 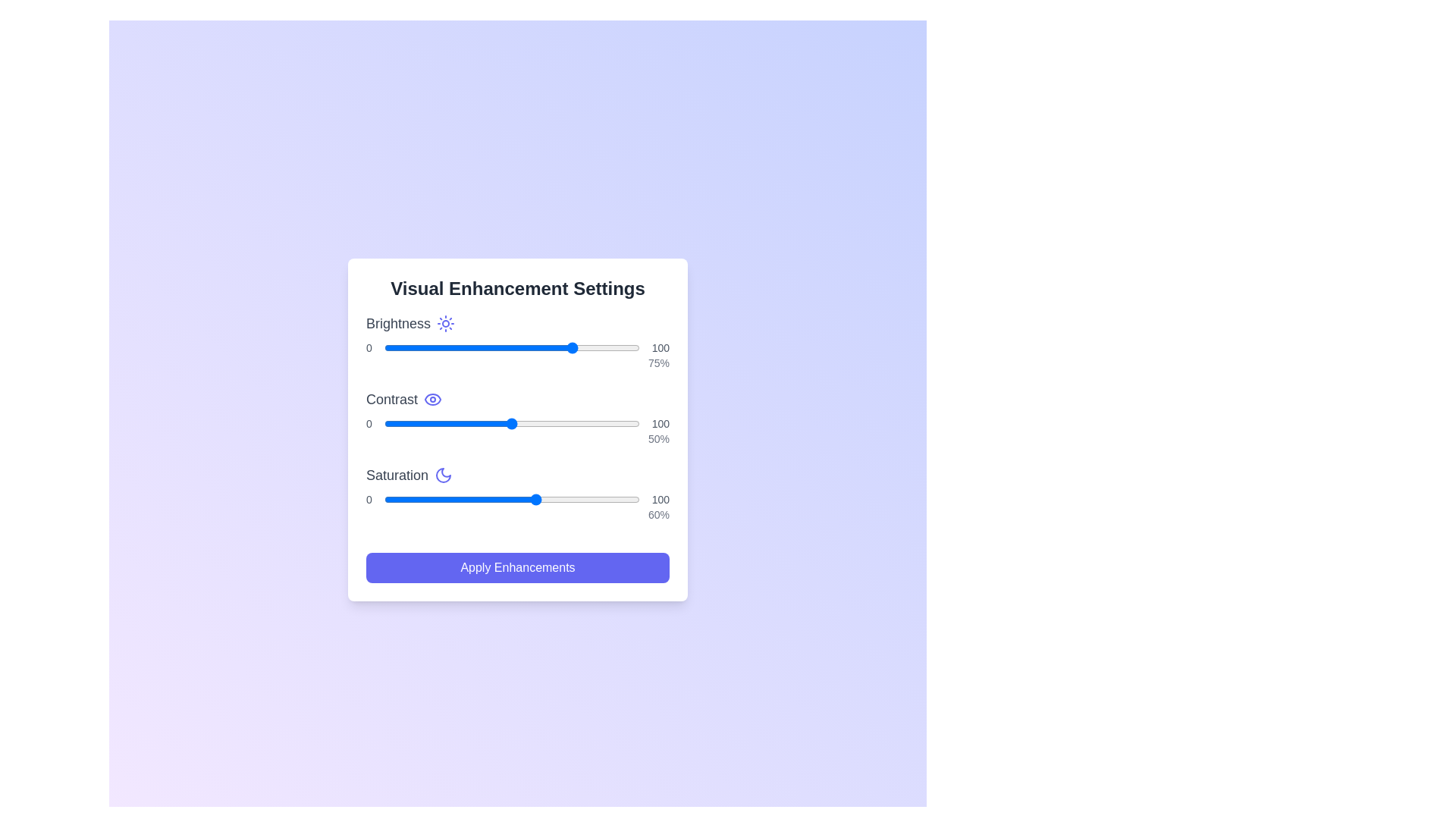 I want to click on the icon for saturation to display its tooltip, so click(x=443, y=475).